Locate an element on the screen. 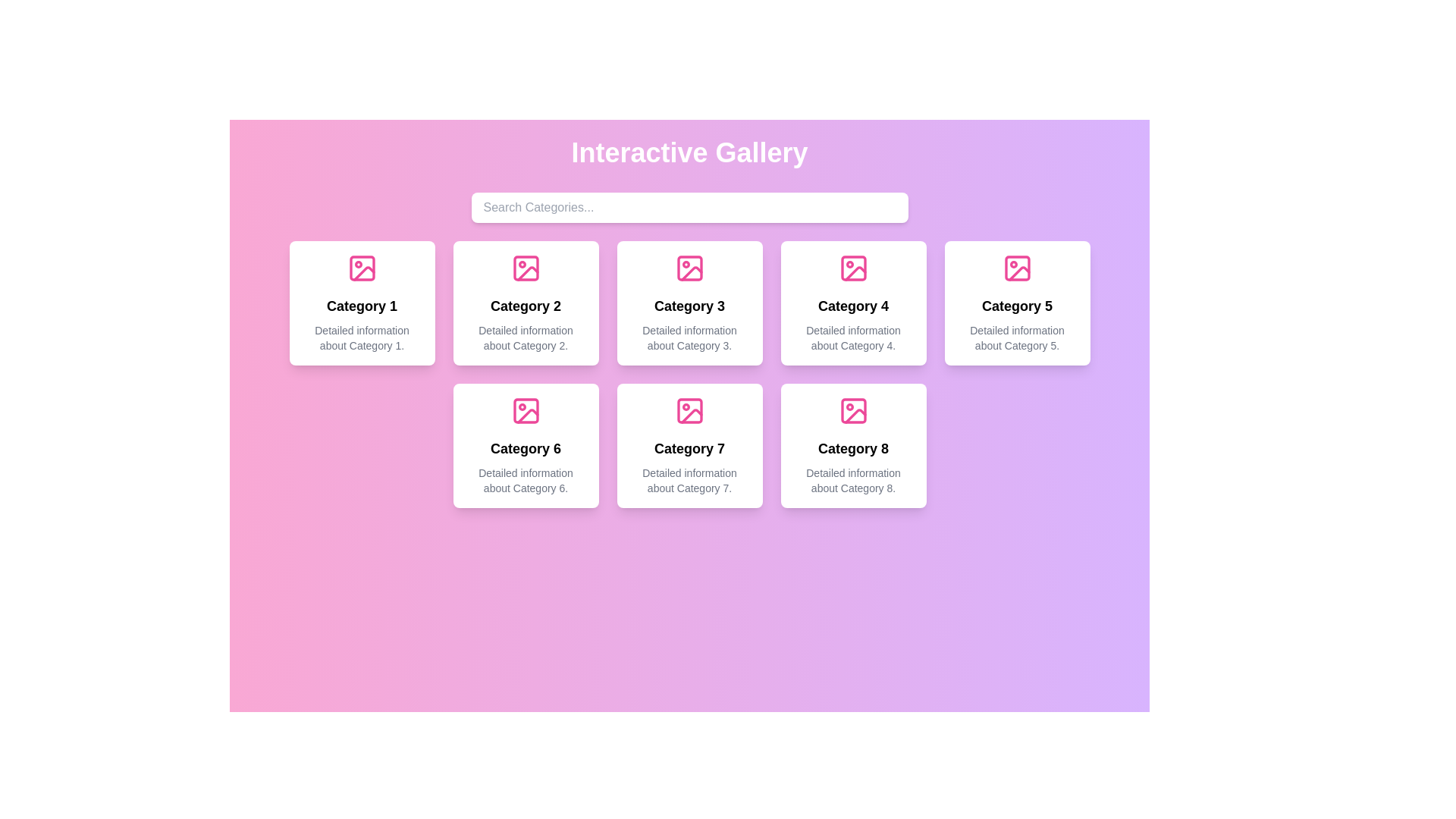 The width and height of the screenshot is (1456, 819). the clickable card representing 'Category 1' in the top-left corner of the grid within the 'Interactive Gallery.' is located at coordinates (361, 303).